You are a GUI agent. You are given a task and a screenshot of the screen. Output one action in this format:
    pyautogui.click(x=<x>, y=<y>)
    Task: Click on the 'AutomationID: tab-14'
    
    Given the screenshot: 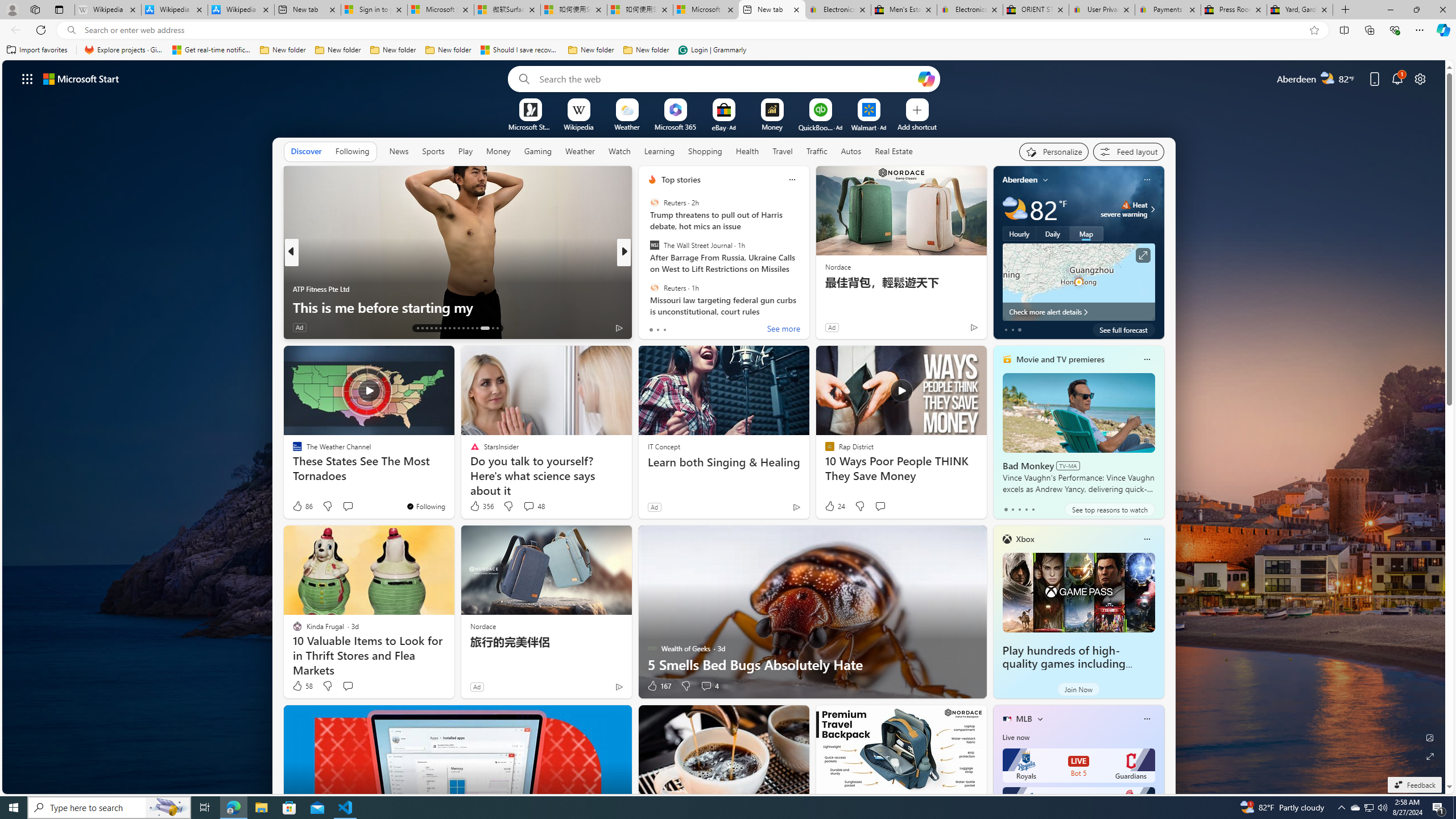 What is the action you would take?
    pyautogui.click(x=421, y=328)
    